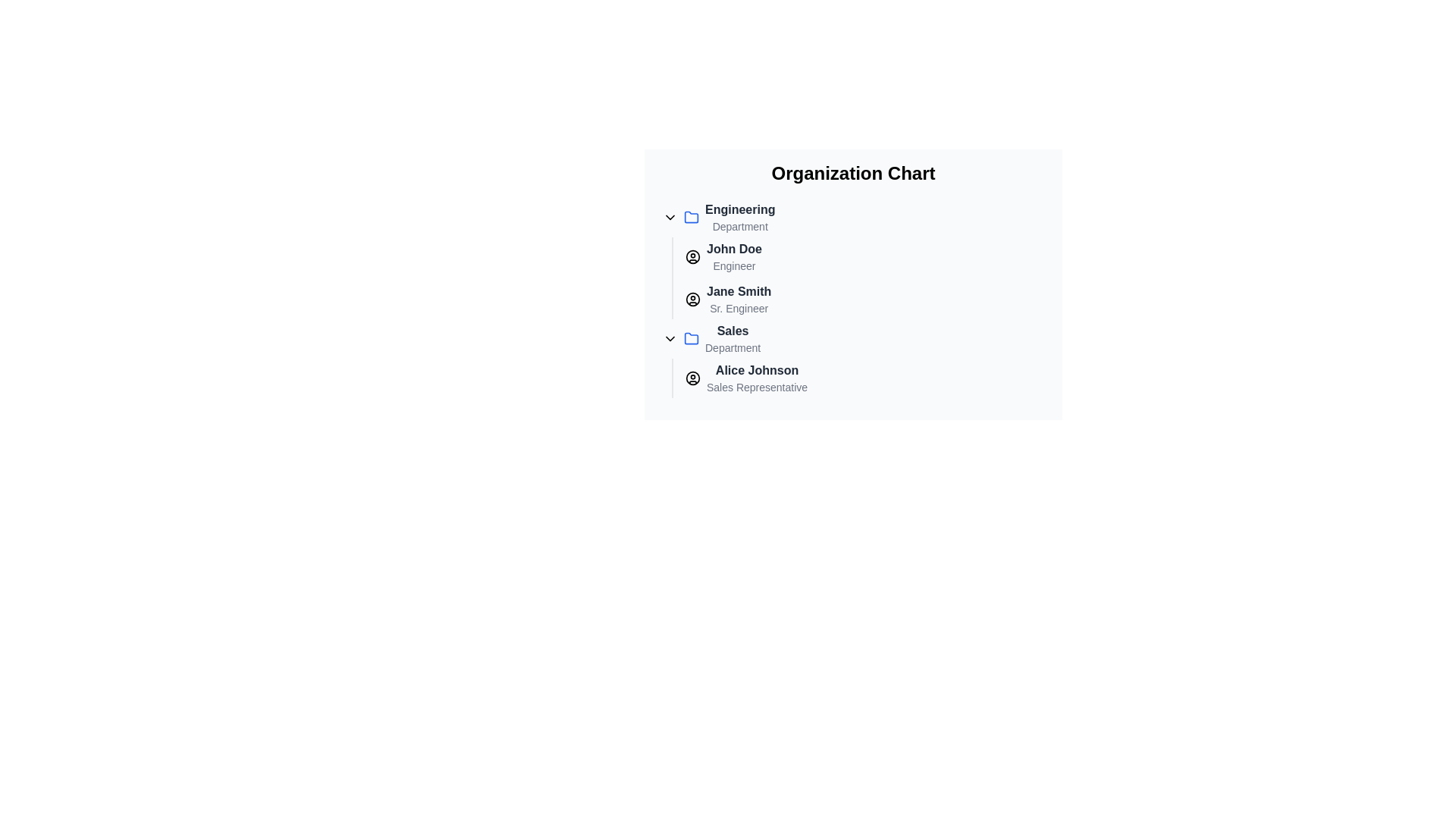 The width and height of the screenshot is (1456, 819). What do you see at coordinates (692, 256) in the screenshot?
I see `the decorative icon representing 'John Doe' in the Engineering section of the organizational chart` at bounding box center [692, 256].